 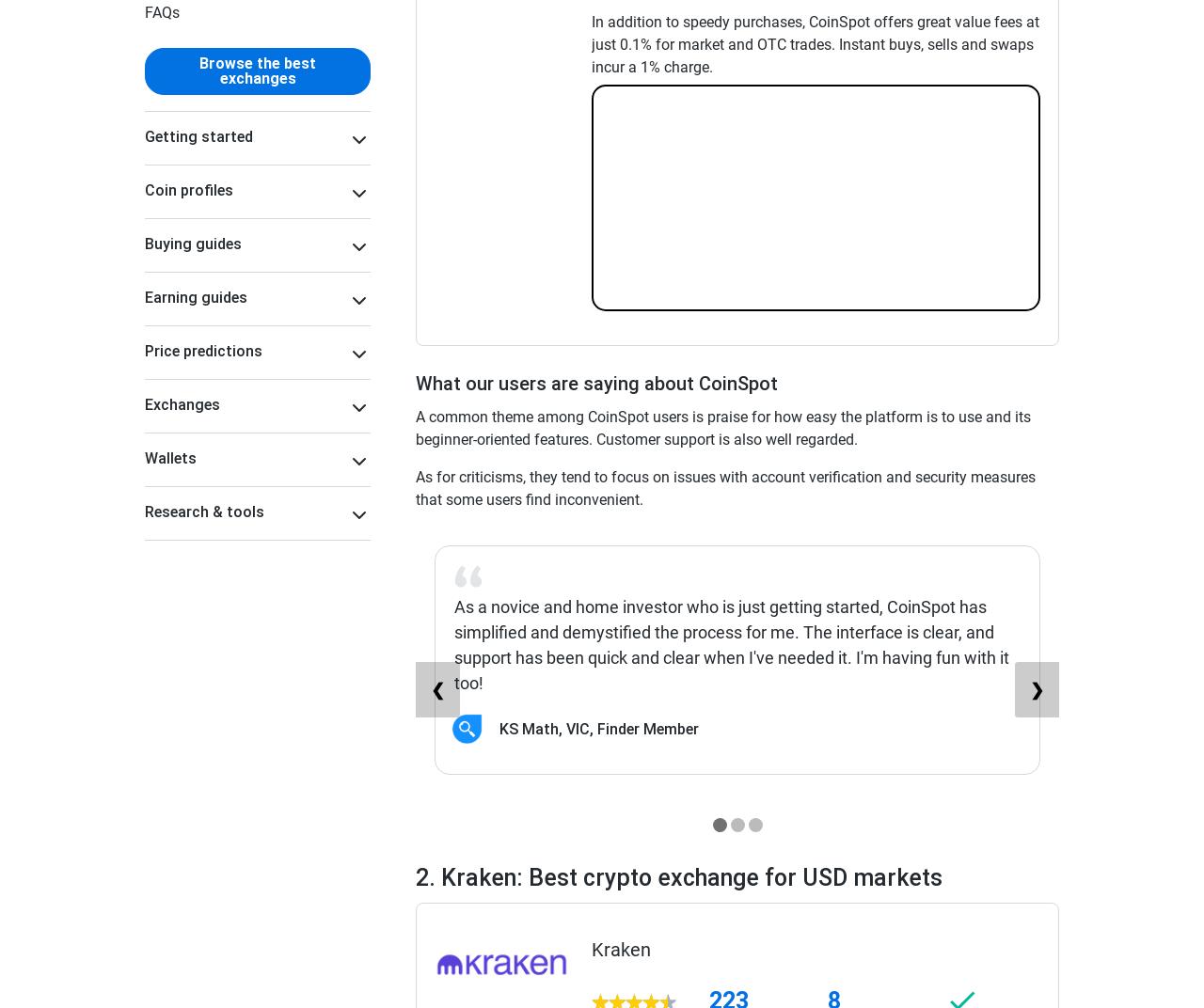 What do you see at coordinates (198, 70) in the screenshot?
I see `'Browse the best exchanges'` at bounding box center [198, 70].